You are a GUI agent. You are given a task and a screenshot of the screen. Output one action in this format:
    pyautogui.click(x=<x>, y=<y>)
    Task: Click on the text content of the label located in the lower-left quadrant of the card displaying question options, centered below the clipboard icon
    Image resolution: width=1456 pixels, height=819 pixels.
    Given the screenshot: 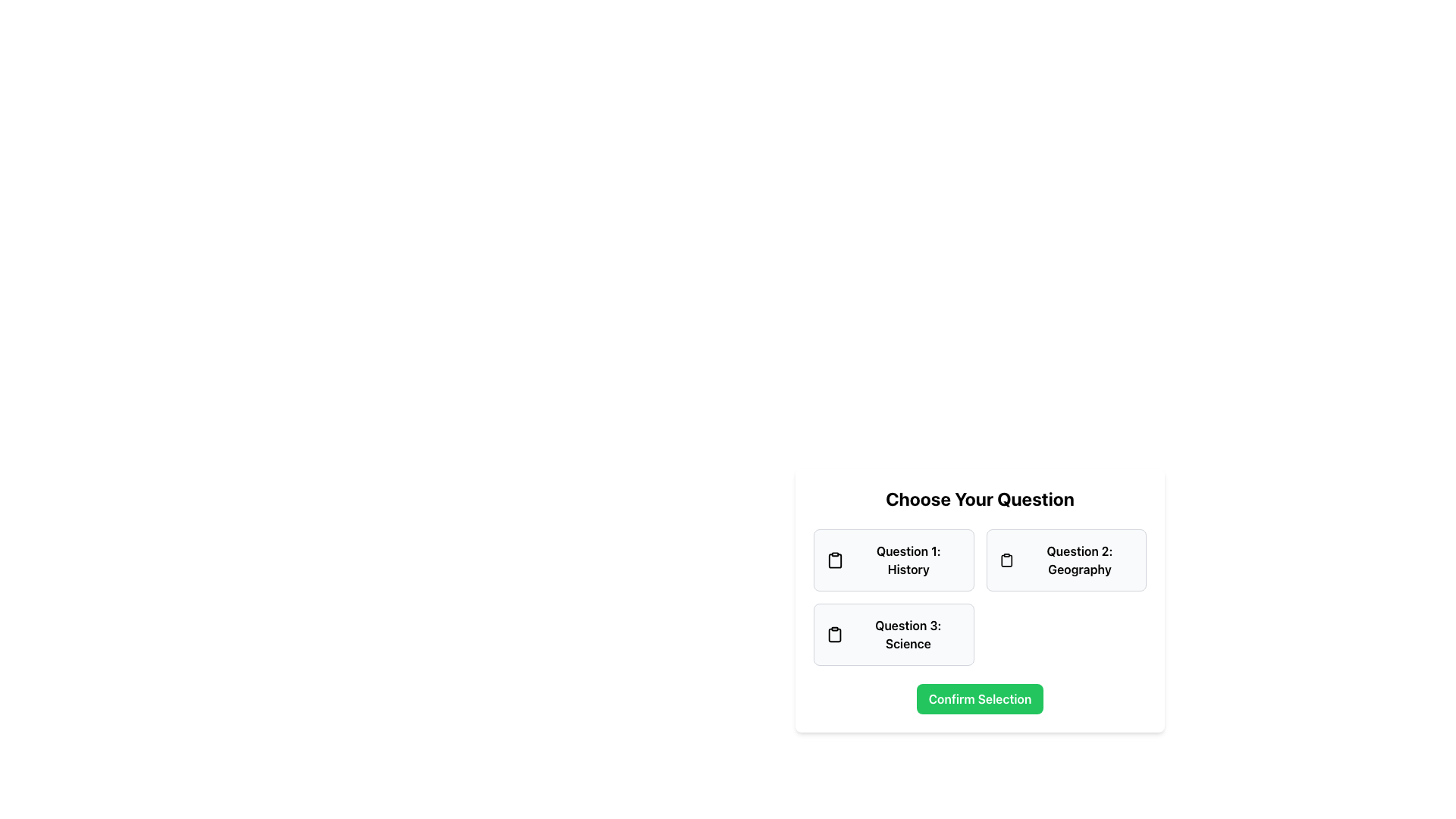 What is the action you would take?
    pyautogui.click(x=908, y=635)
    